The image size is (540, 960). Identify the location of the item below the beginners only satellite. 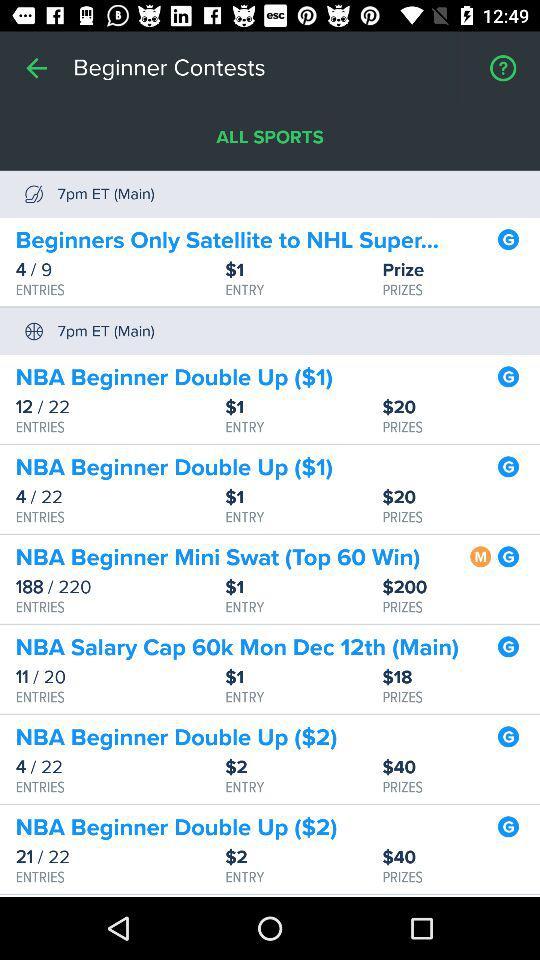
(461, 269).